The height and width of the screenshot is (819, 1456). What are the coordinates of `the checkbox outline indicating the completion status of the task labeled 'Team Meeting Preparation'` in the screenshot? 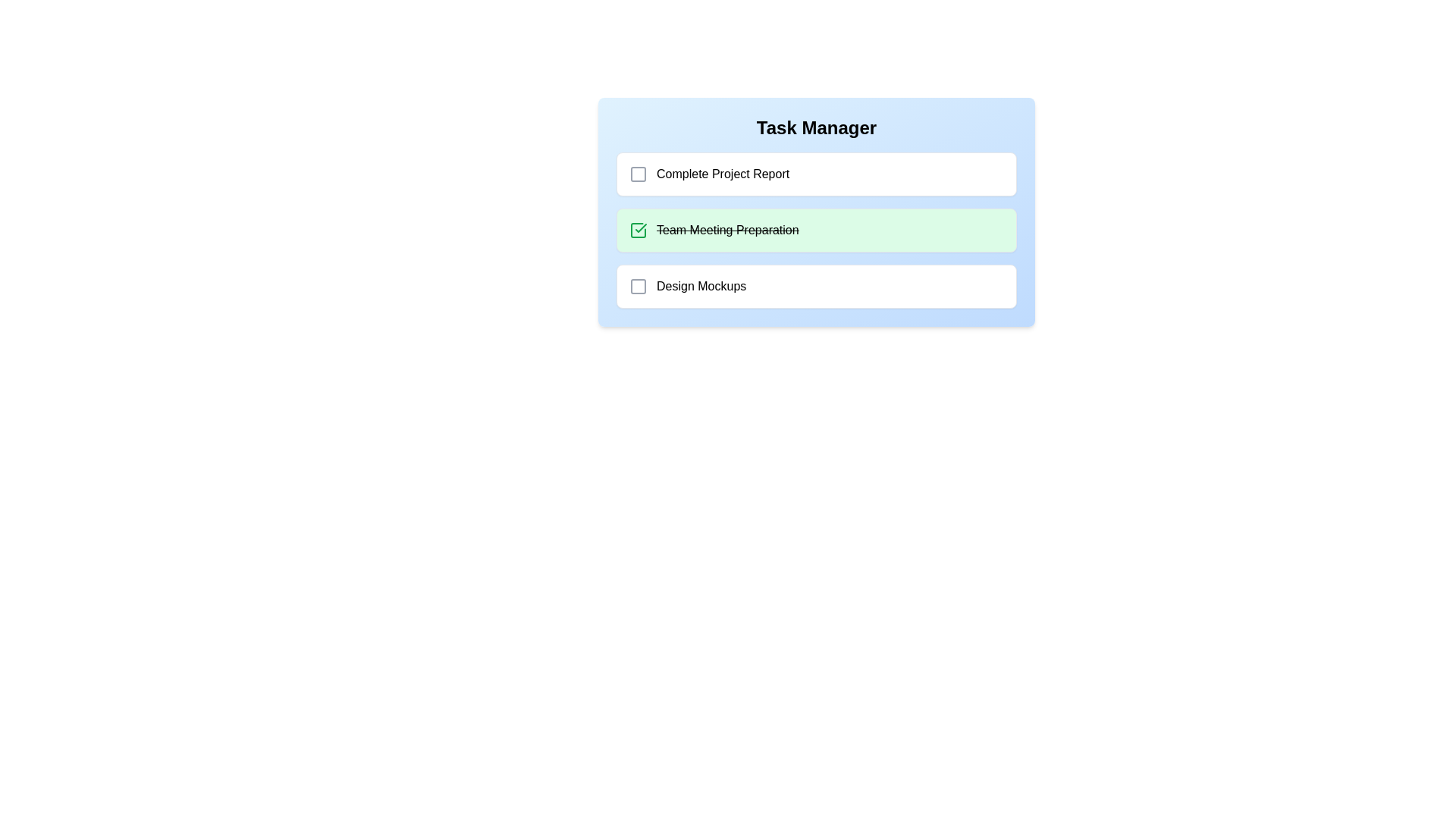 It's located at (638, 231).